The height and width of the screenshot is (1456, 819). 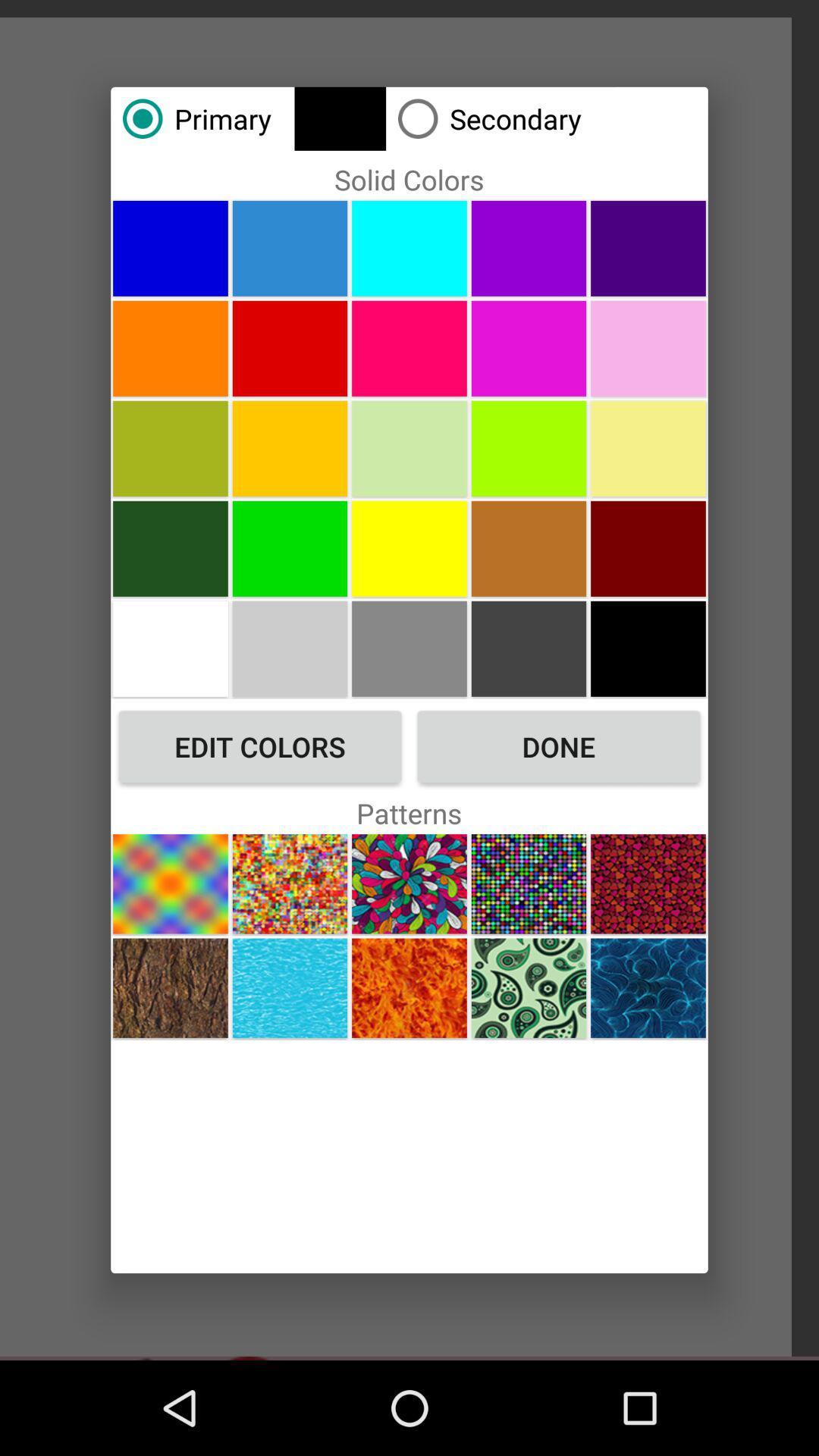 What do you see at coordinates (259, 746) in the screenshot?
I see `the edit colors icon` at bounding box center [259, 746].